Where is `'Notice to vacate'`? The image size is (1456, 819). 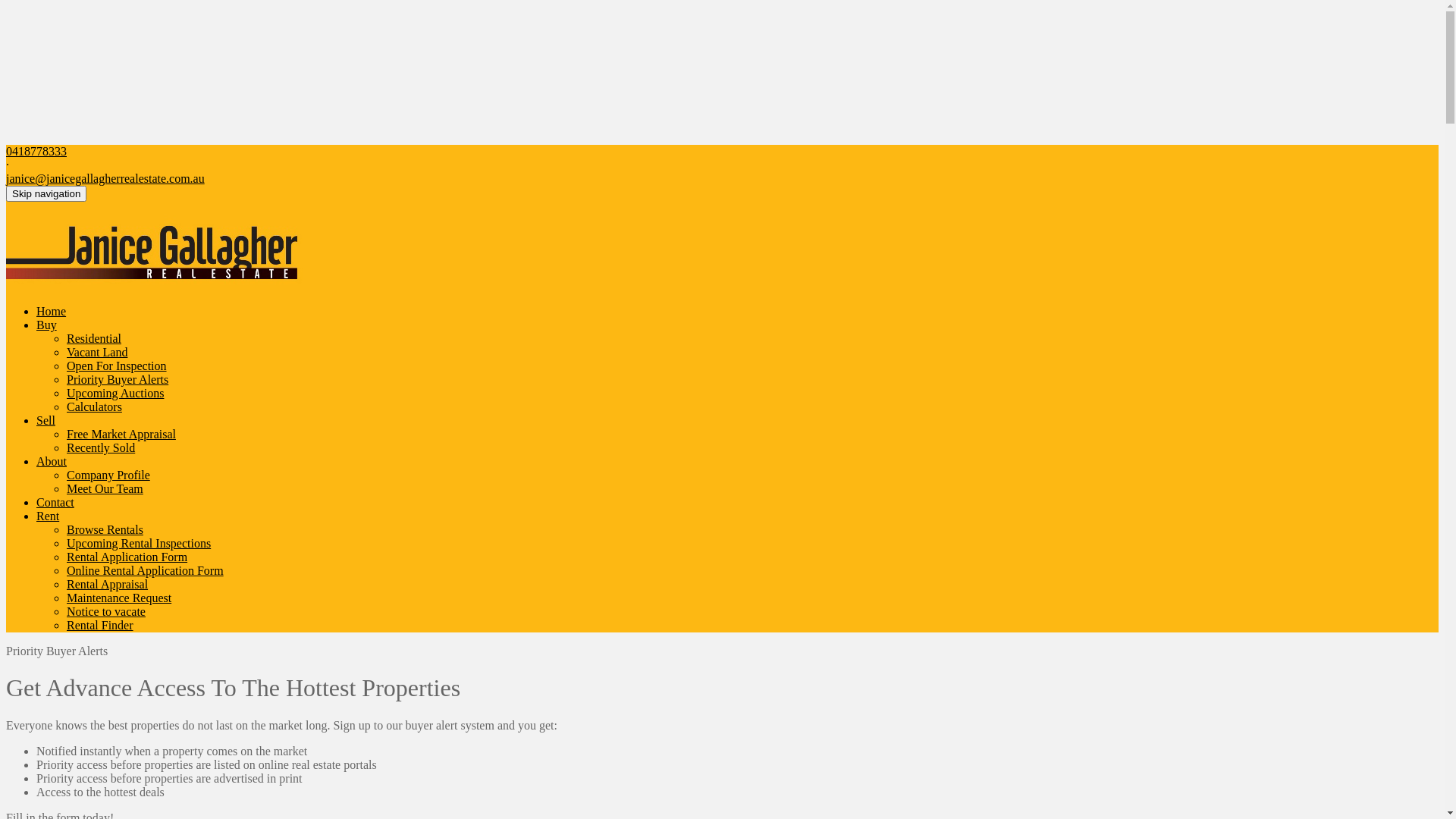
'Notice to vacate' is located at coordinates (105, 610).